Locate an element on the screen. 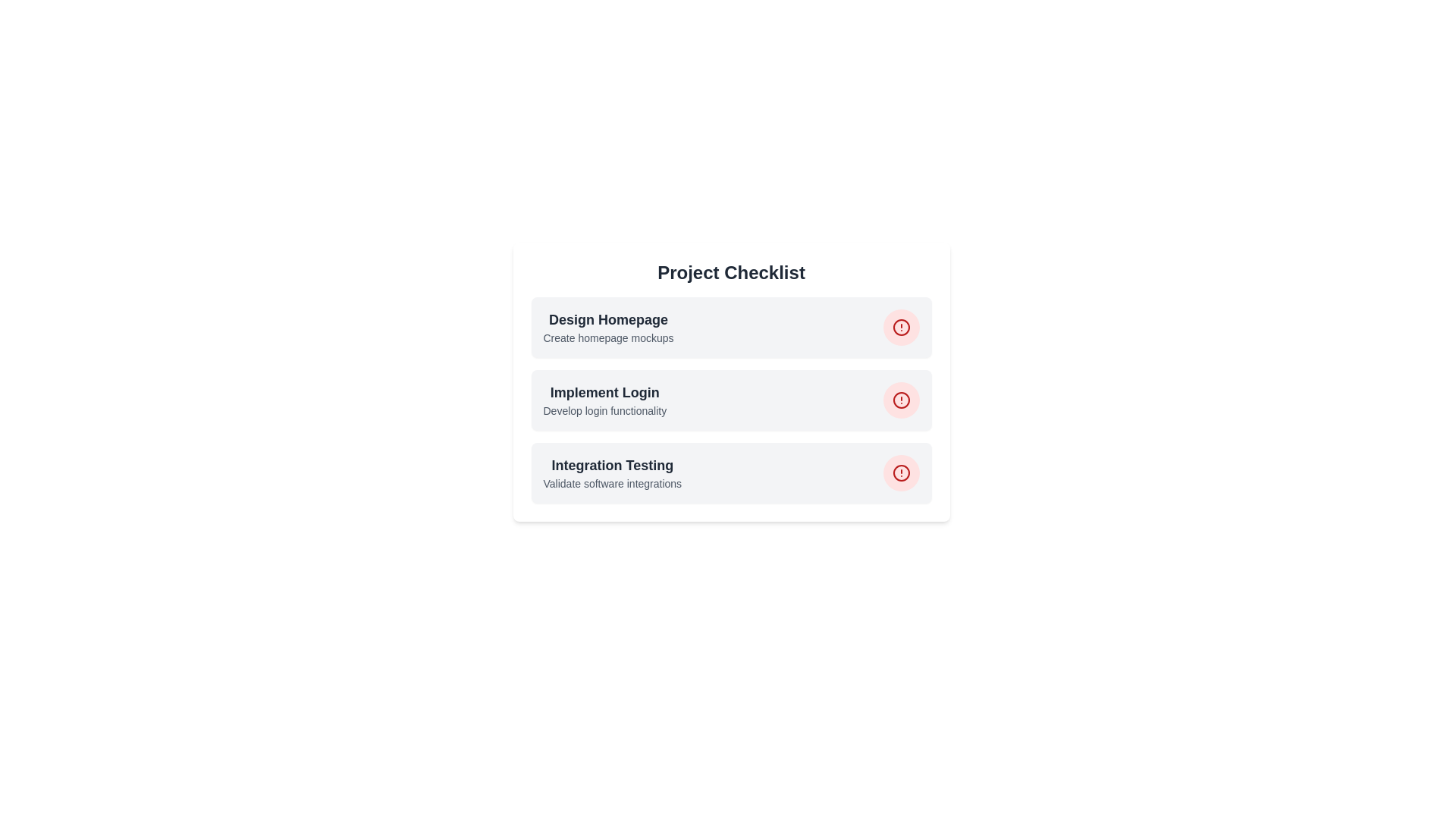 The width and height of the screenshot is (1456, 819). the primary header text label indicating the function or objective of the task within the checklist, which is positioned in the second card-like section, above the 'Integration Testing' section and below the 'Design Homepage' section is located at coordinates (604, 391).